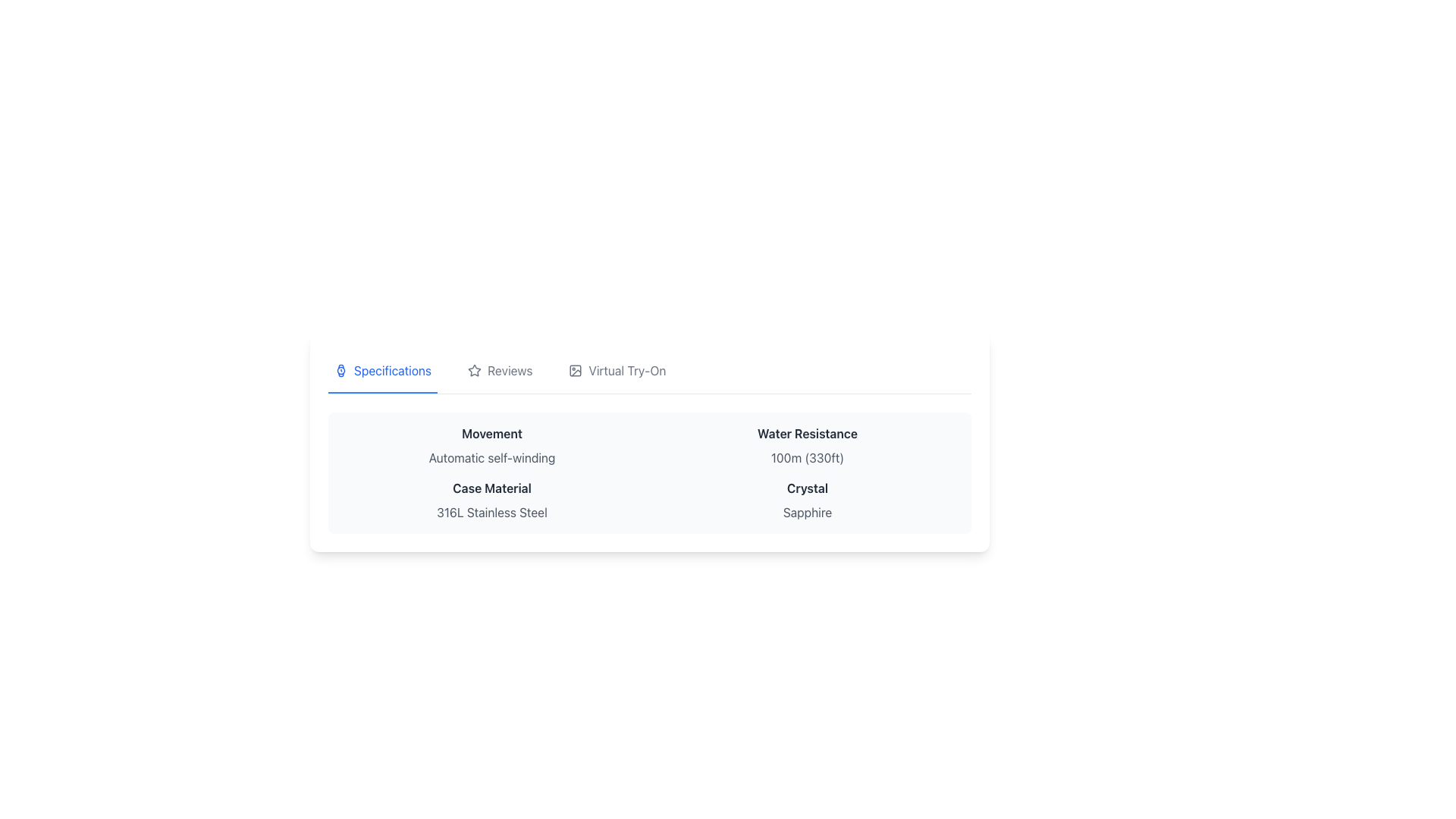 This screenshot has height=819, width=1456. I want to click on the non-interactive text descriptor that provides detailed information about the material of a product case, located below 'Case Material' in the specification table, so click(491, 512).